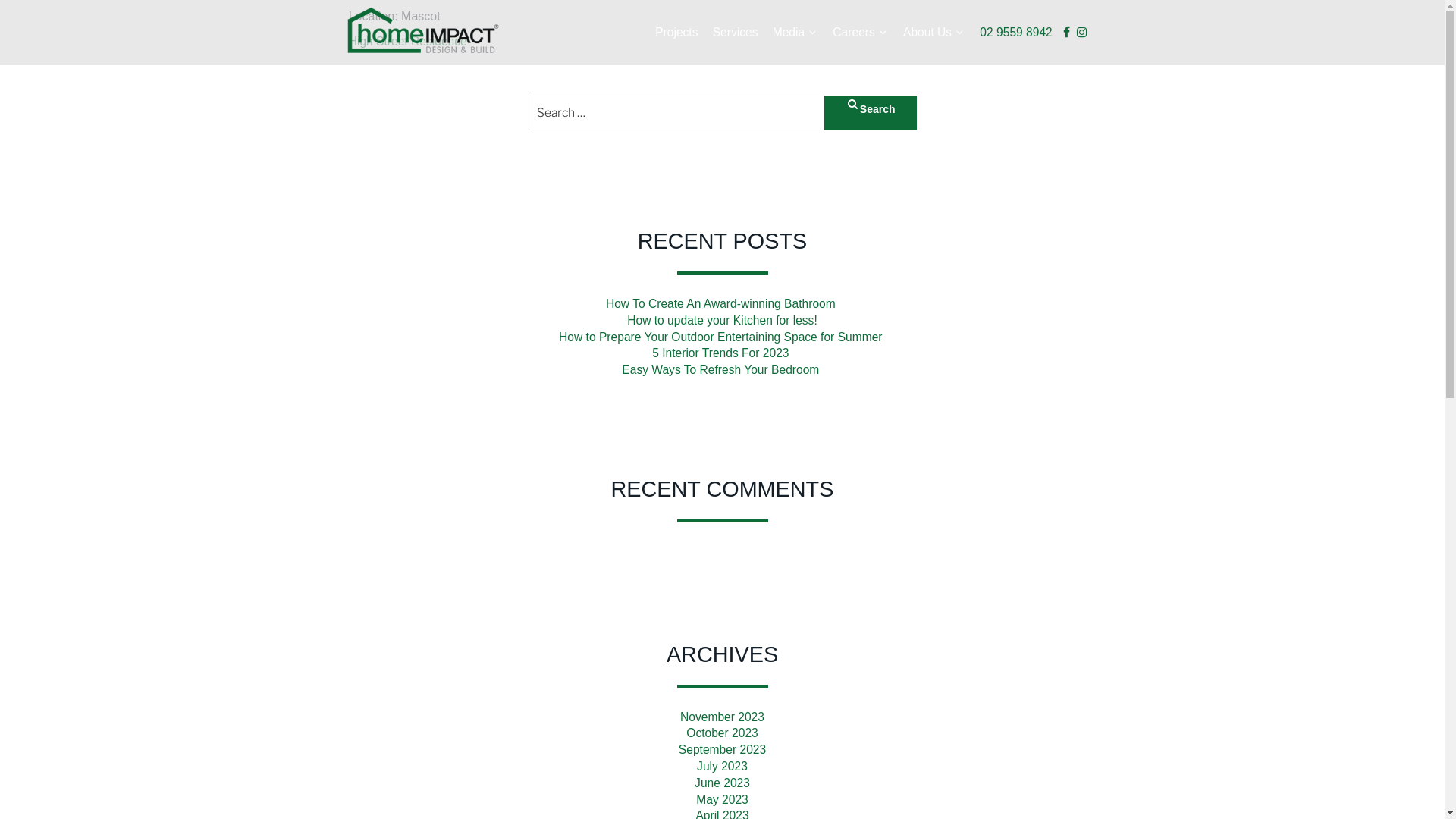 The height and width of the screenshot is (819, 1456). I want to click on '5 Interior Trends For 2023 ', so click(721, 353).